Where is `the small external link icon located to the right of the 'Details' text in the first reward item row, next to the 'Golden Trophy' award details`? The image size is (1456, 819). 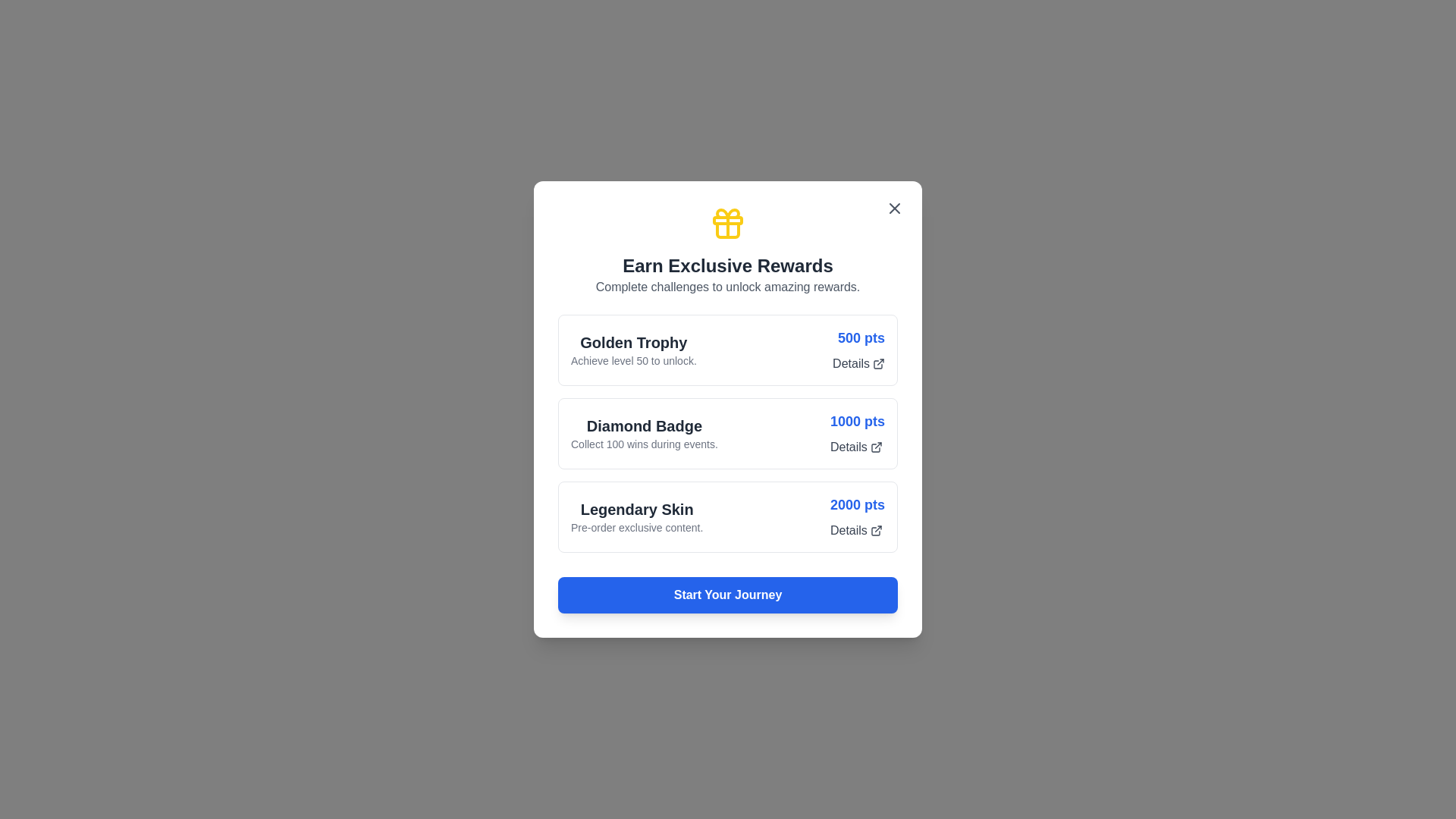 the small external link icon located to the right of the 'Details' text in the first reward item row, next to the 'Golden Trophy' award details is located at coordinates (878, 363).